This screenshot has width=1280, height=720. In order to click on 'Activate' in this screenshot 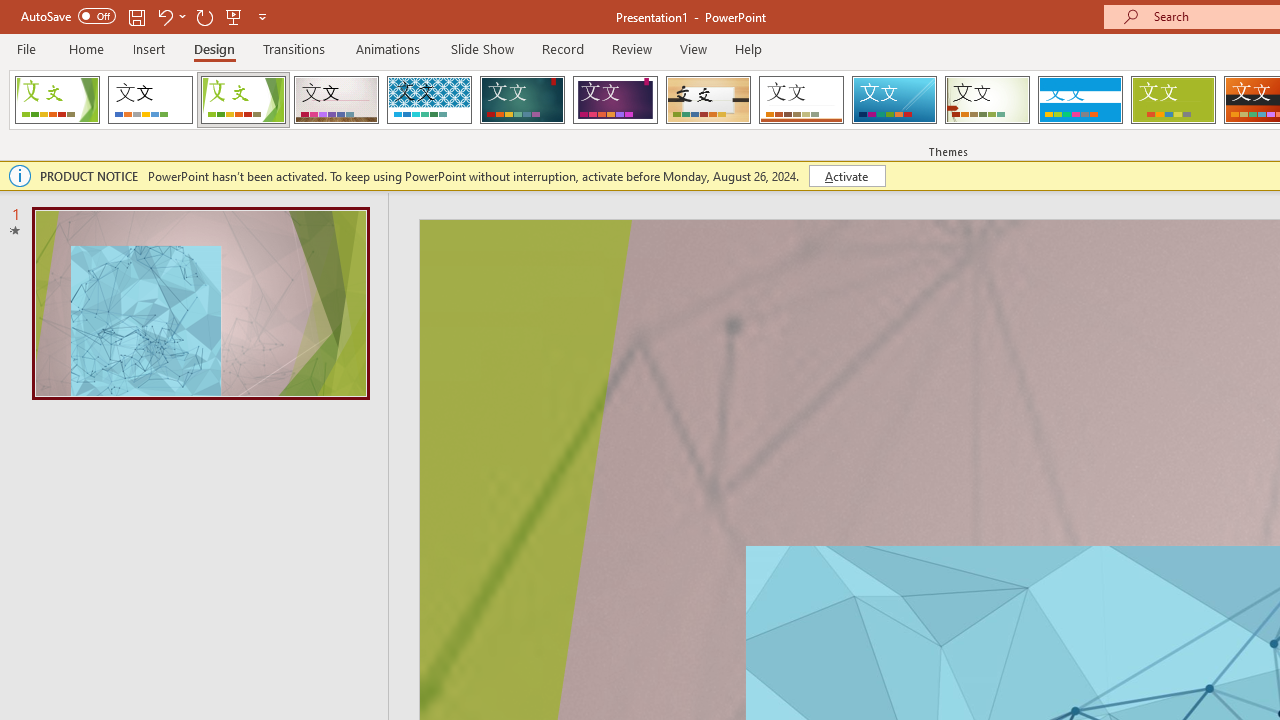, I will do `click(847, 175)`.